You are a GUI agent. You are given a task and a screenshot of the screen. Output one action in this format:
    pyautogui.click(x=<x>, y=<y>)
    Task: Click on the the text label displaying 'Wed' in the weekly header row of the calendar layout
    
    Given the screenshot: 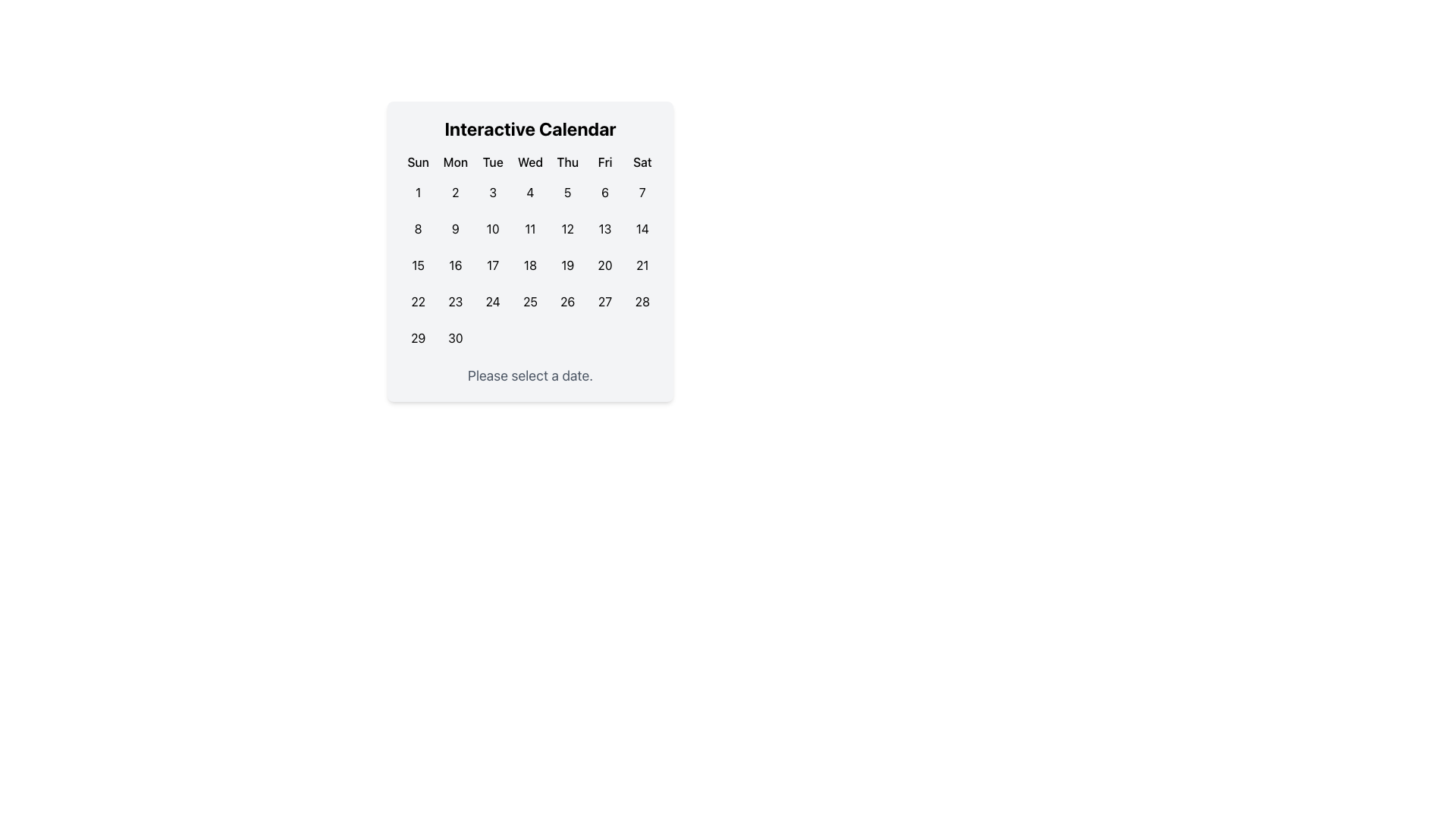 What is the action you would take?
    pyautogui.click(x=530, y=162)
    